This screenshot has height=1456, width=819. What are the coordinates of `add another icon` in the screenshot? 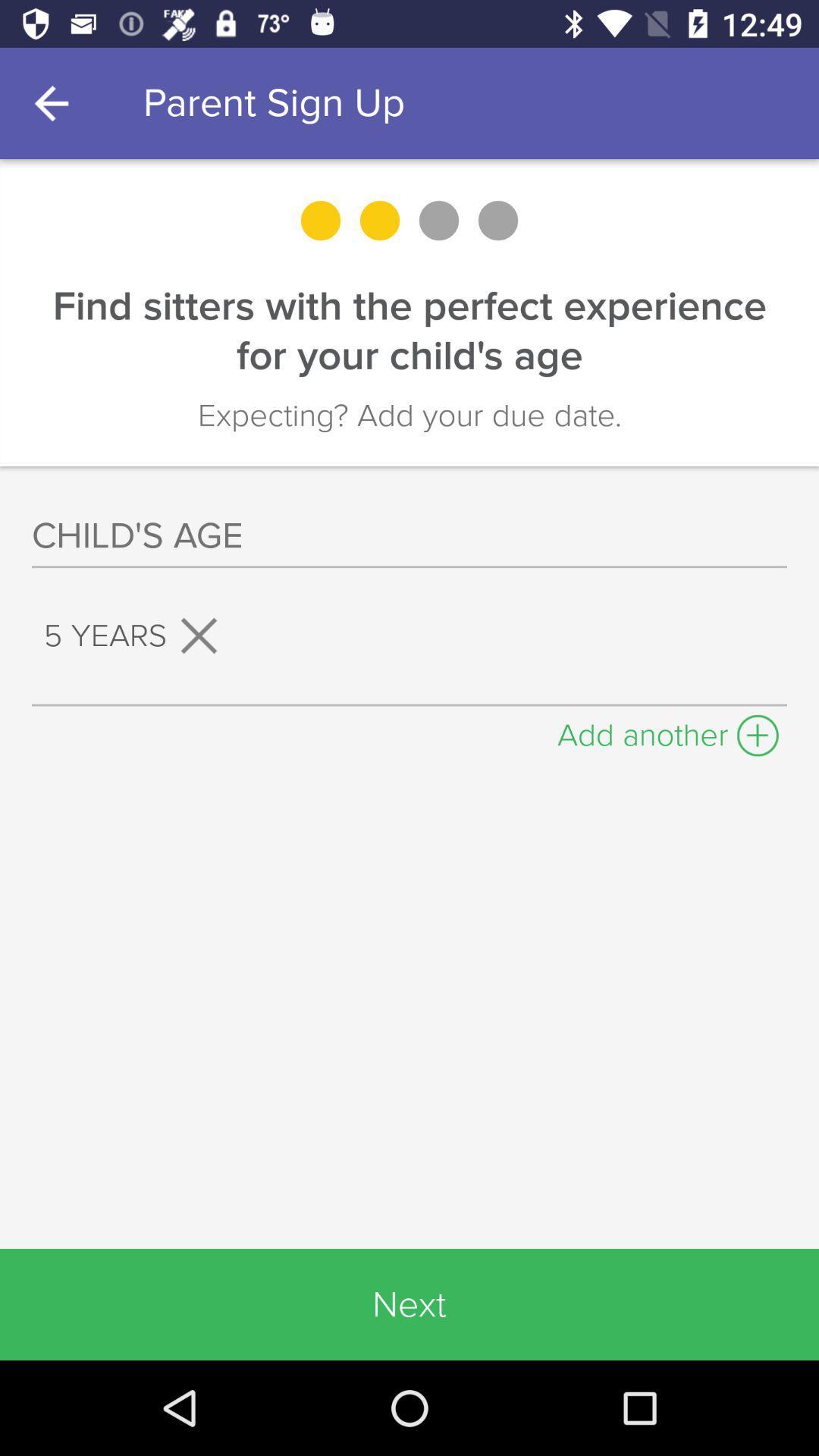 It's located at (667, 731).